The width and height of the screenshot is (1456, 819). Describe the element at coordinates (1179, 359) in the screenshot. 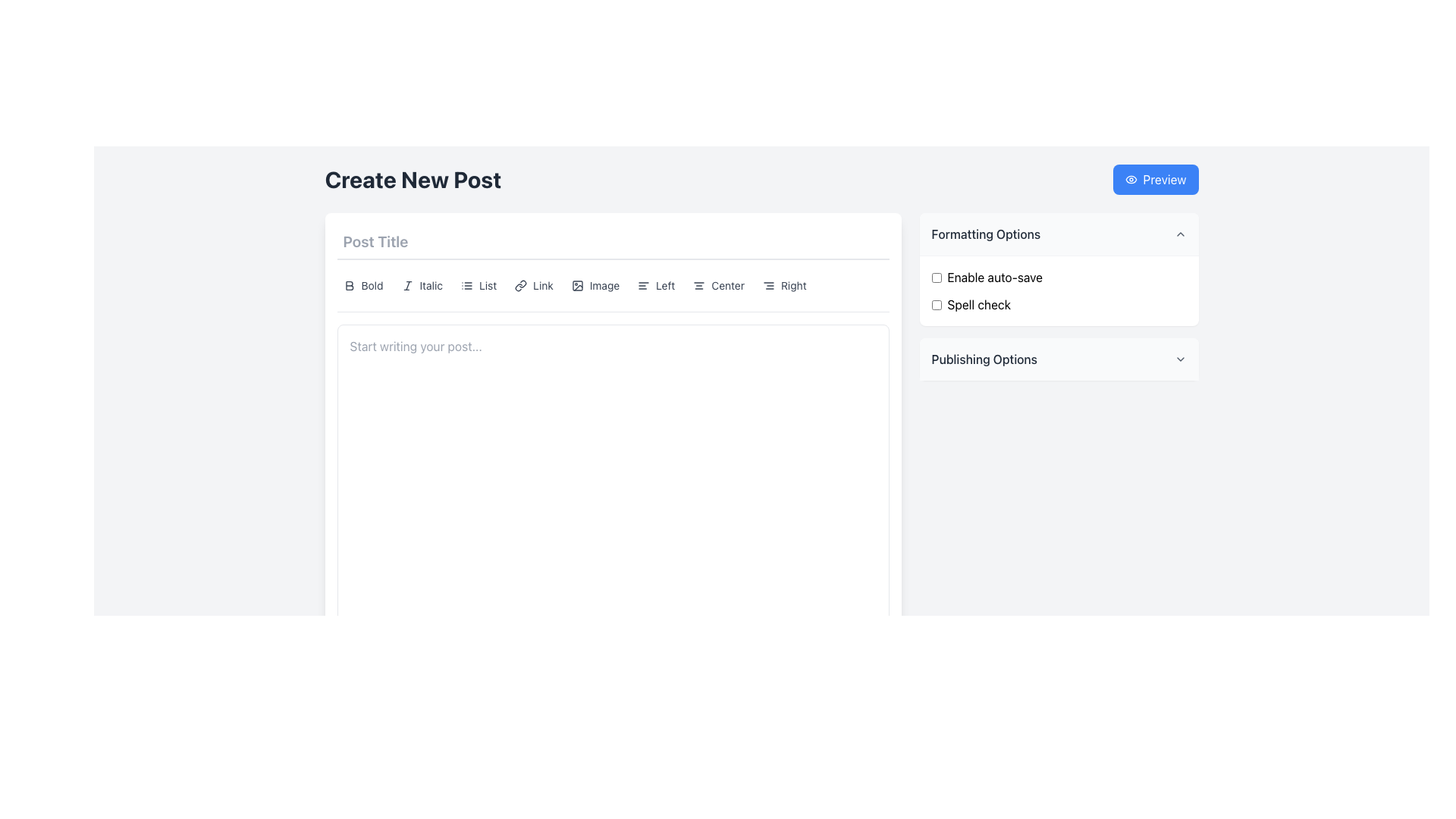

I see `the downward-facing chevron icon, styled with a stroke-based design, located within the 'Publishing Options' header` at that location.